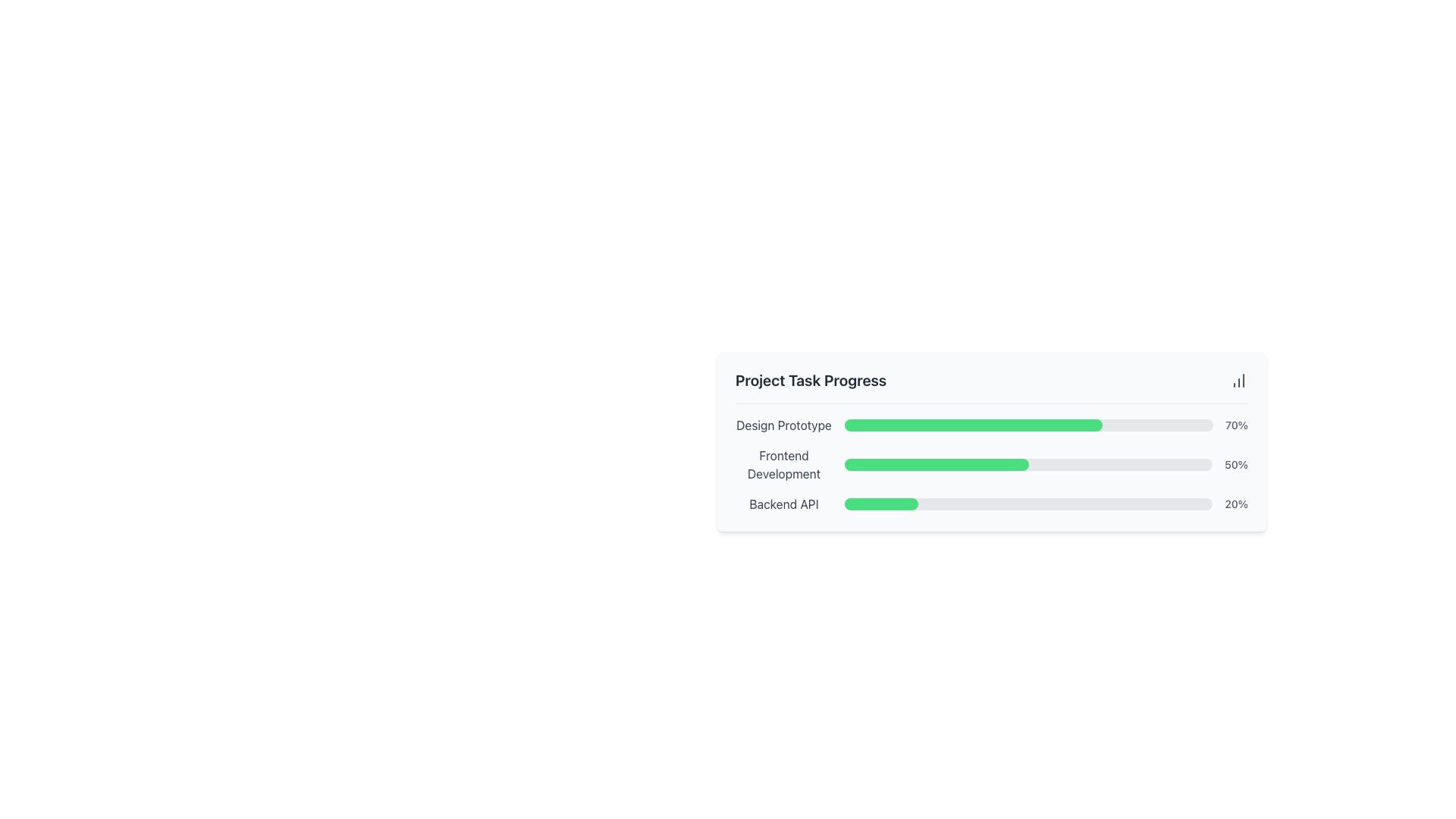 The width and height of the screenshot is (1456, 819). I want to click on the completion progress visualized by the green progress bar segment that fills 70% of the containing bar, positioned in the first row of the task layout, so click(974, 425).